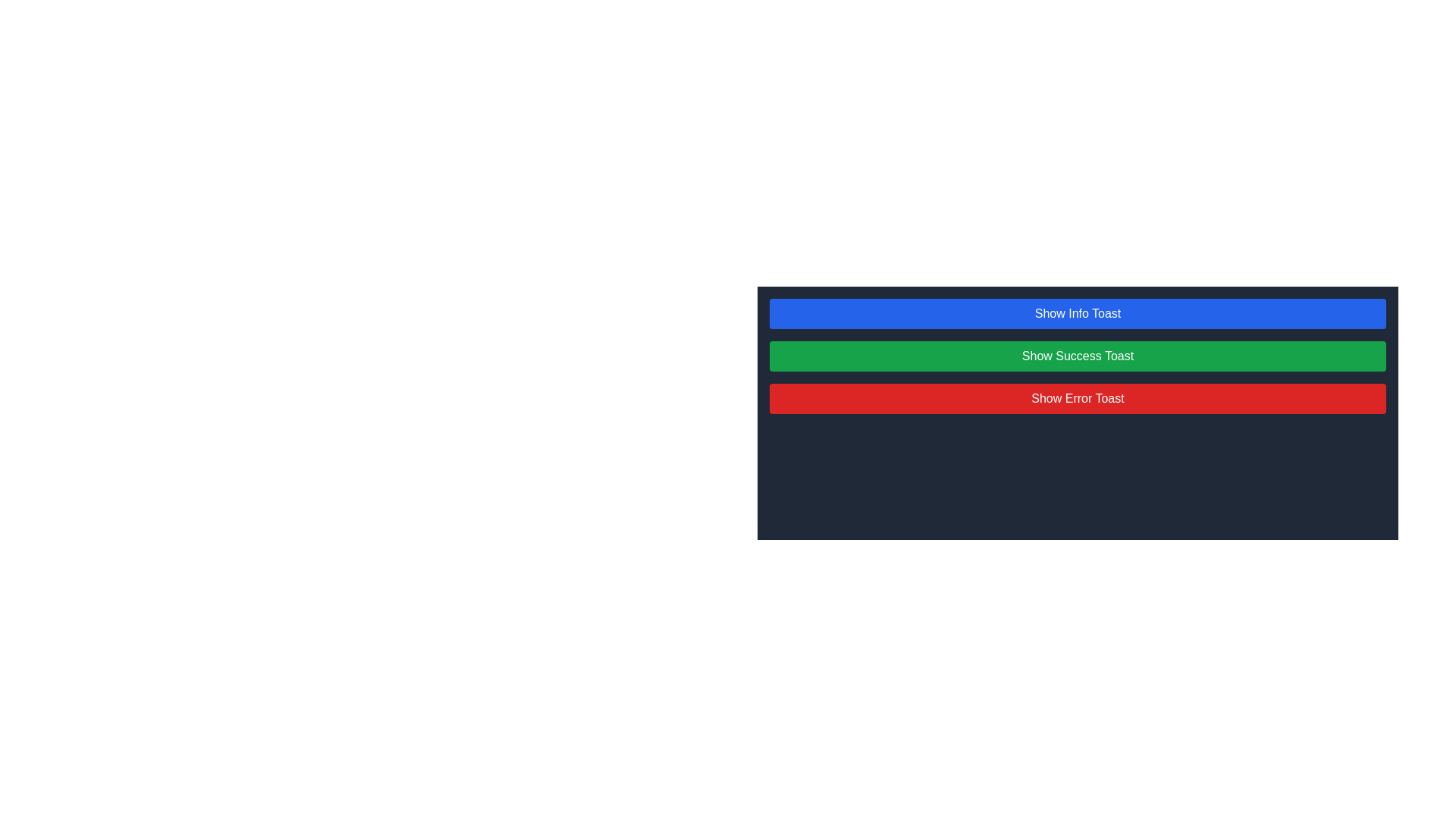 Image resolution: width=1456 pixels, height=819 pixels. I want to click on the success notification button, which is the second button in a vertical stack of three buttons, so click(1077, 356).